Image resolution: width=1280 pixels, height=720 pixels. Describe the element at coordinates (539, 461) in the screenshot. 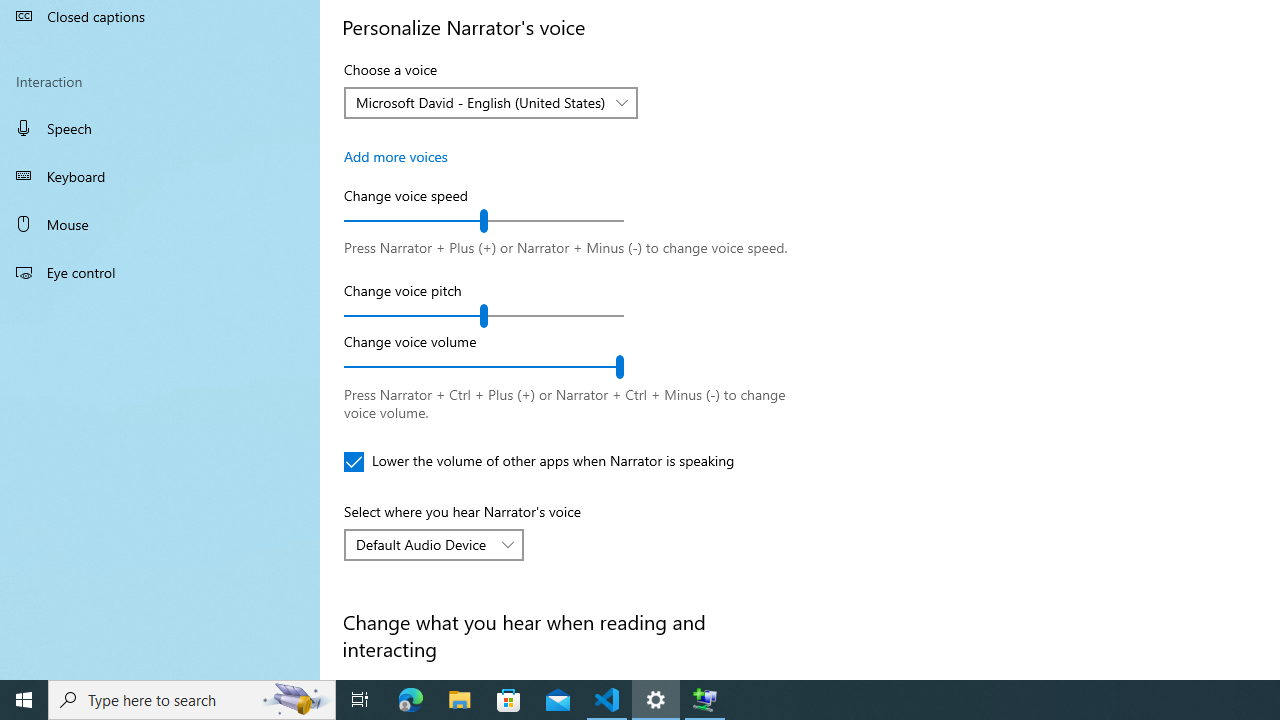

I see `'Lower the volume of other apps when Narrator is speaking'` at that location.